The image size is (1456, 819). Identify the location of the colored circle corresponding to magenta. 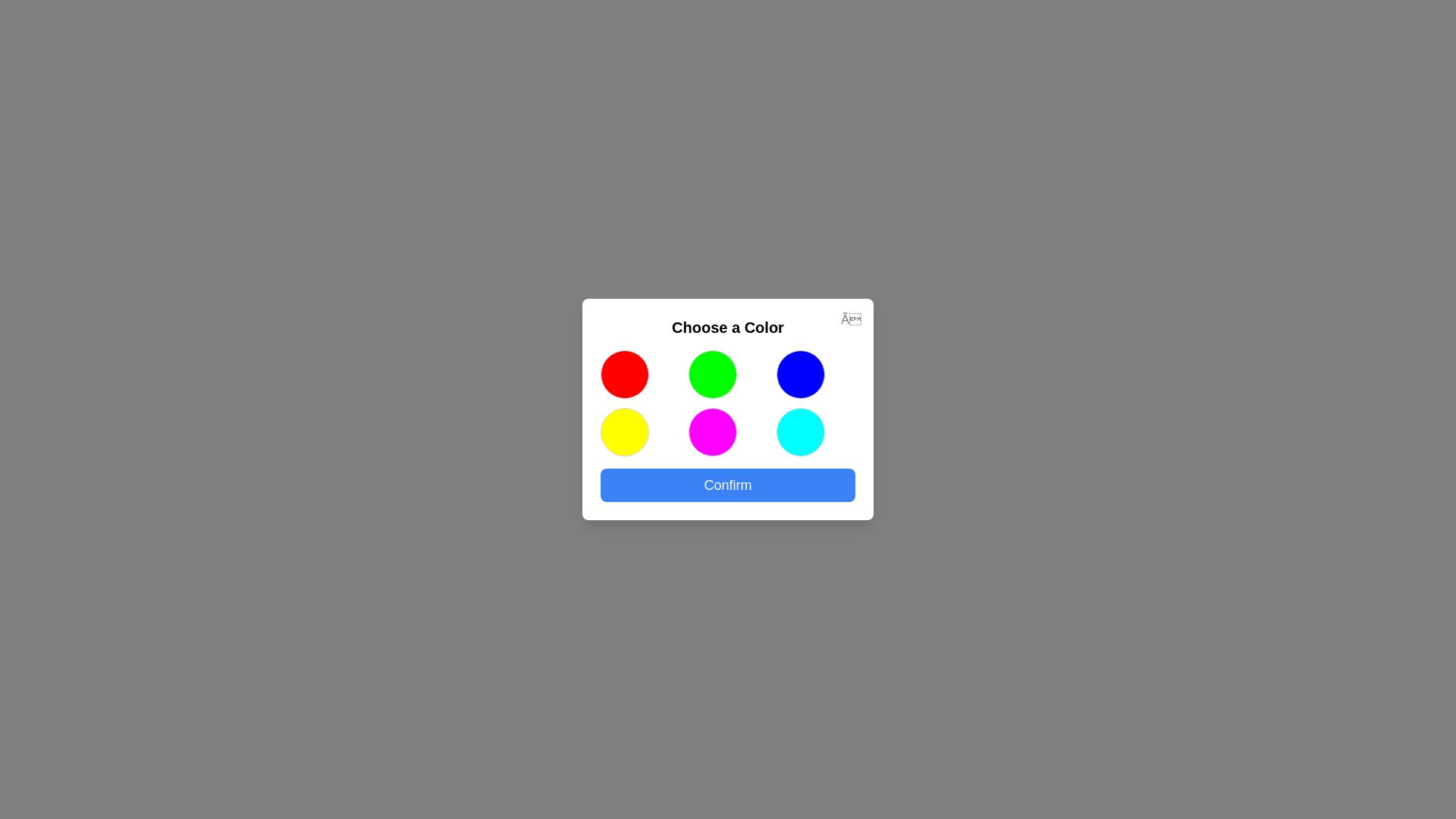
(712, 432).